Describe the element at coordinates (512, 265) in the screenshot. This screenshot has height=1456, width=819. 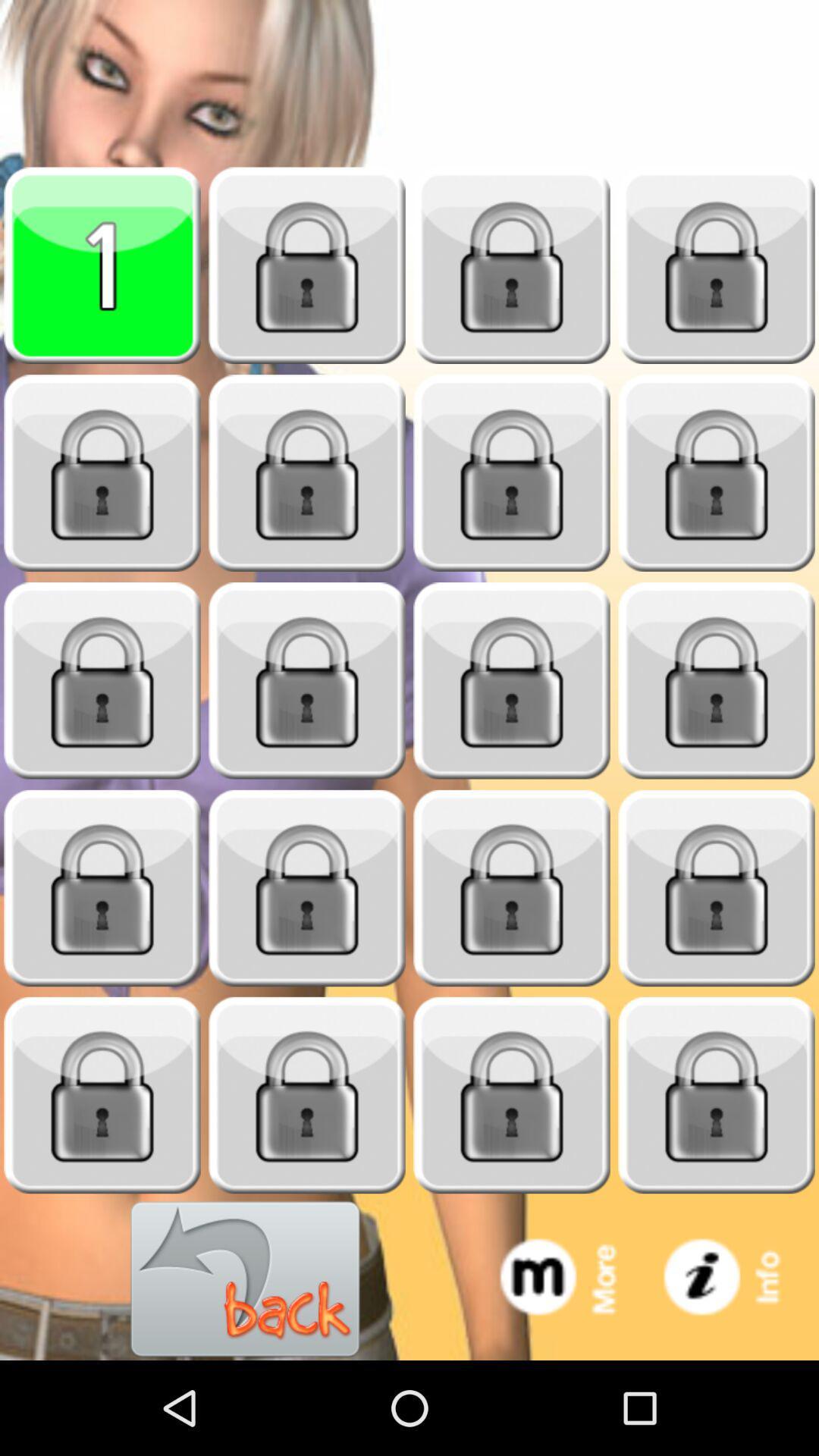
I see `lock` at that location.